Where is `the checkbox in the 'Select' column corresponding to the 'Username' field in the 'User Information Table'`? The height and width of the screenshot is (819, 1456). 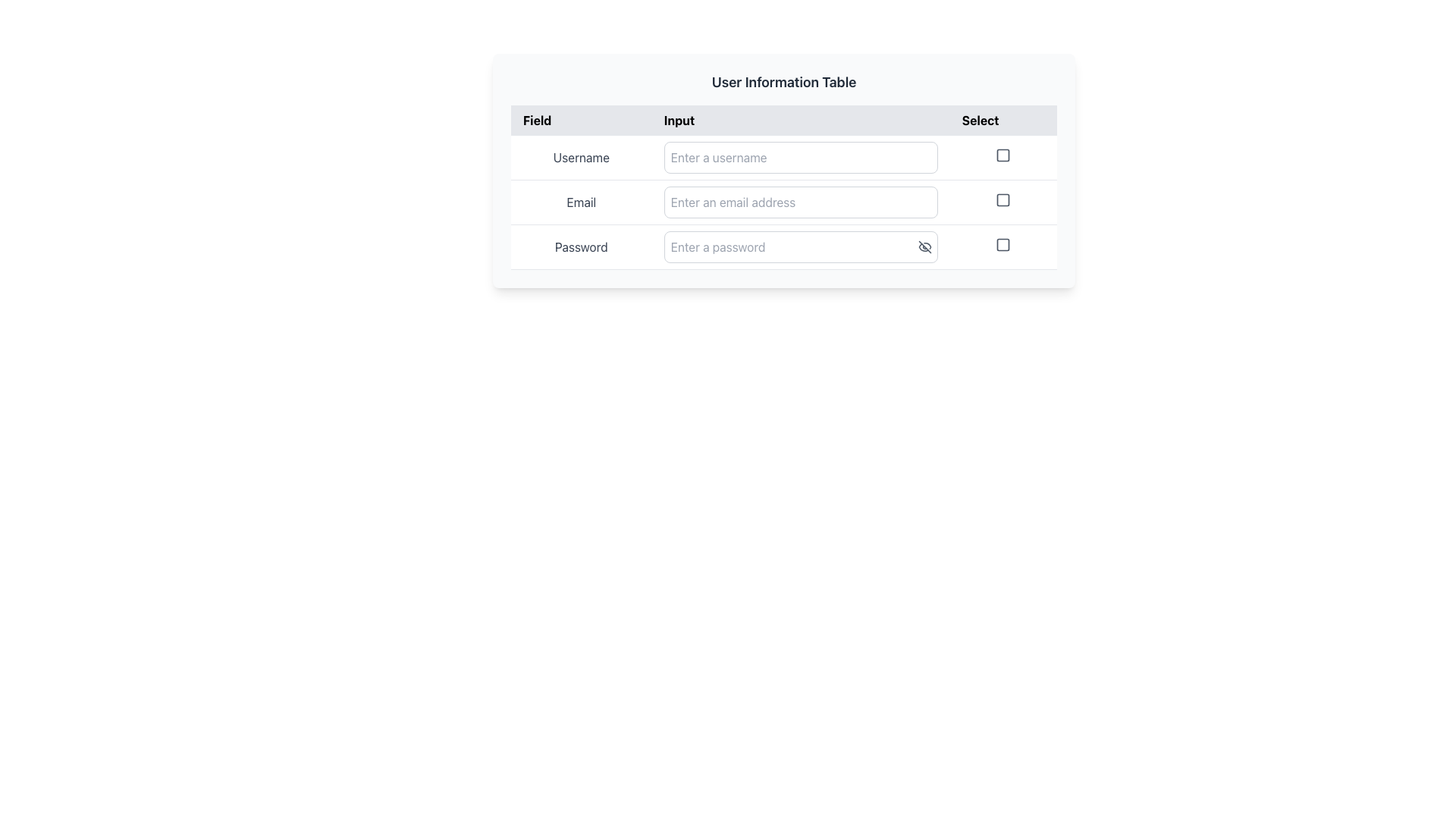 the checkbox in the 'Select' column corresponding to the 'Username' field in the 'User Information Table' is located at coordinates (1003, 155).